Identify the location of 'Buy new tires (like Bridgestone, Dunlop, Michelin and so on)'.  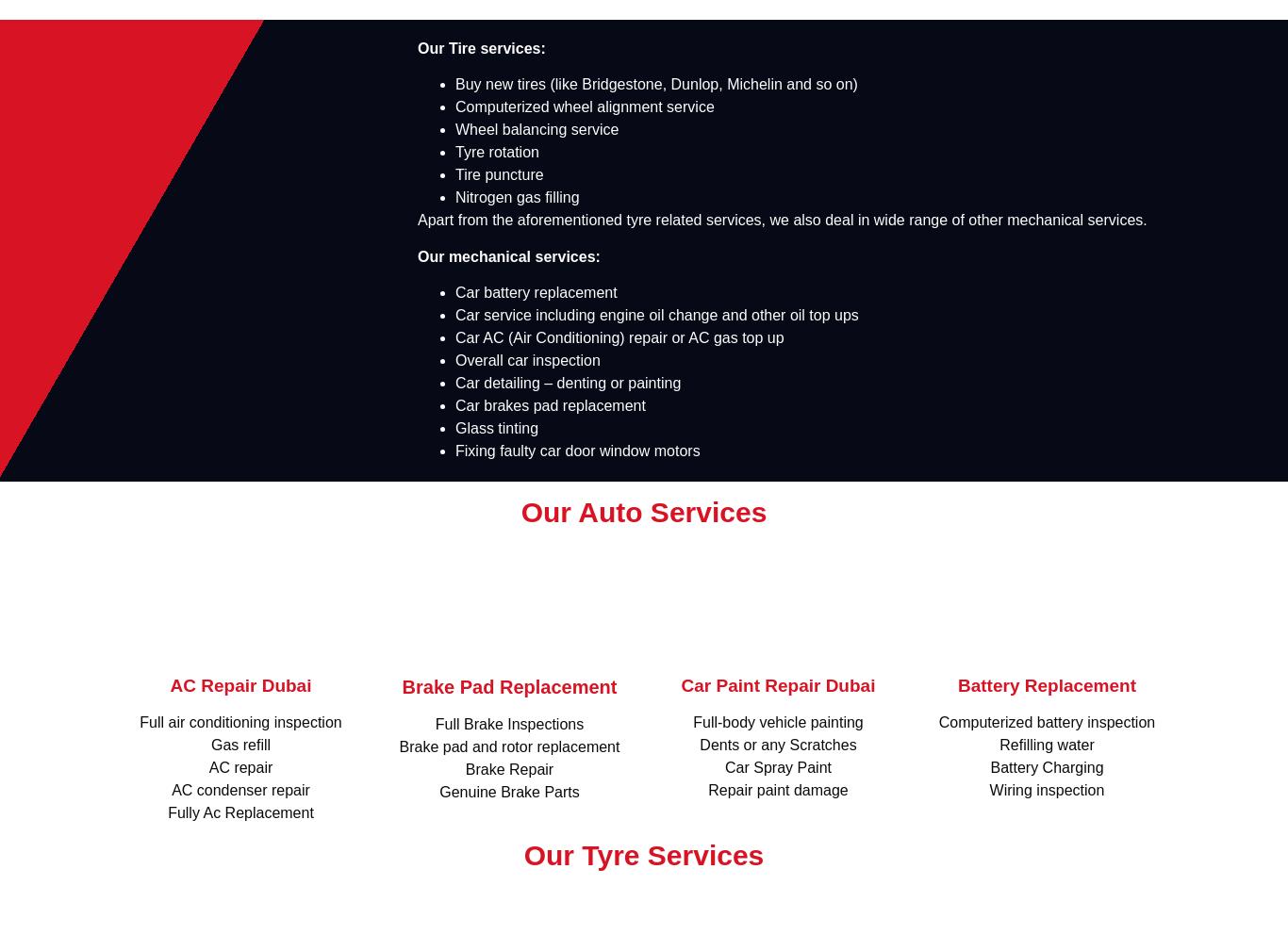
(455, 83).